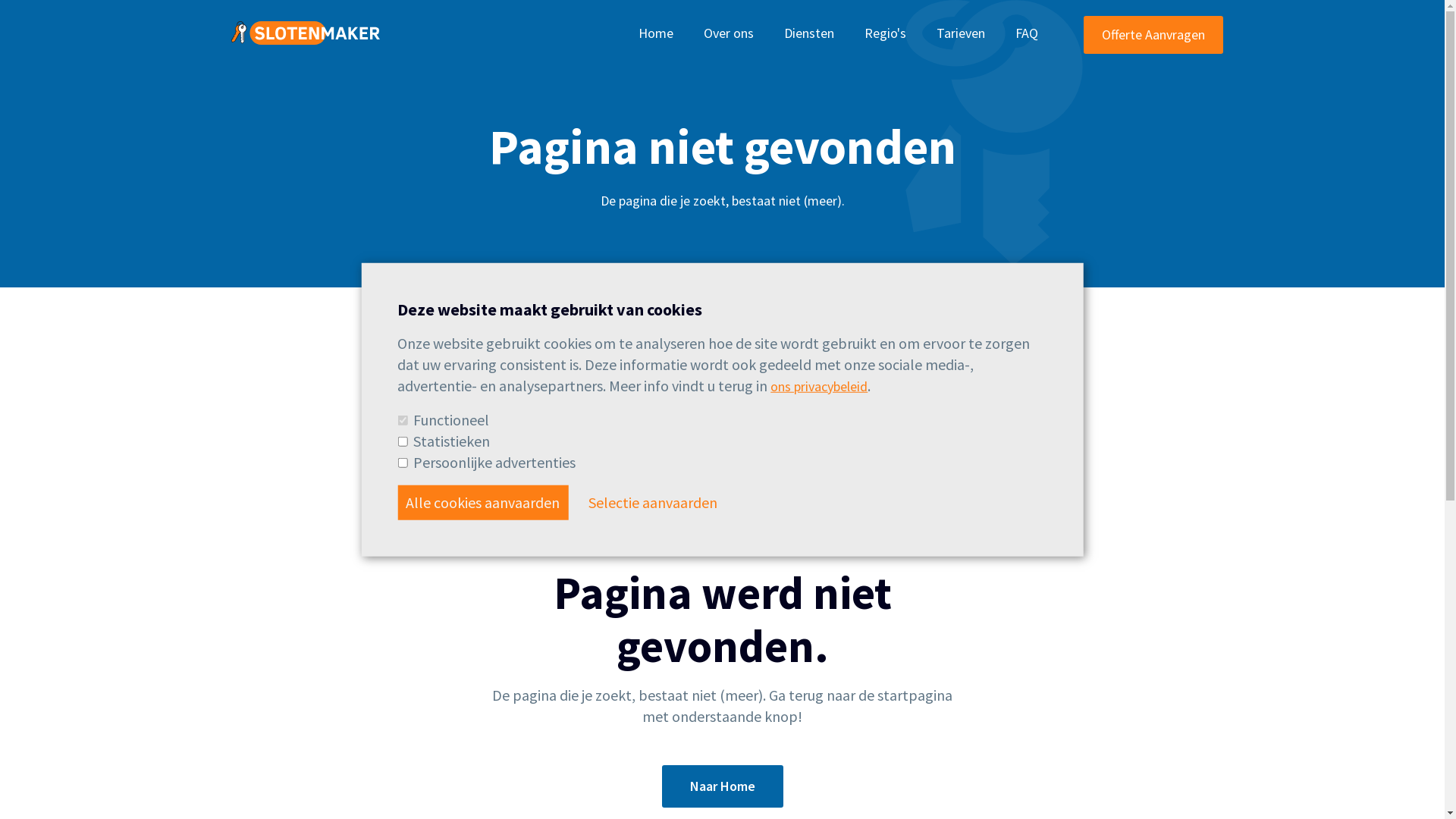 Image resolution: width=1456 pixels, height=819 pixels. What do you see at coordinates (808, 33) in the screenshot?
I see `'Diensten'` at bounding box center [808, 33].